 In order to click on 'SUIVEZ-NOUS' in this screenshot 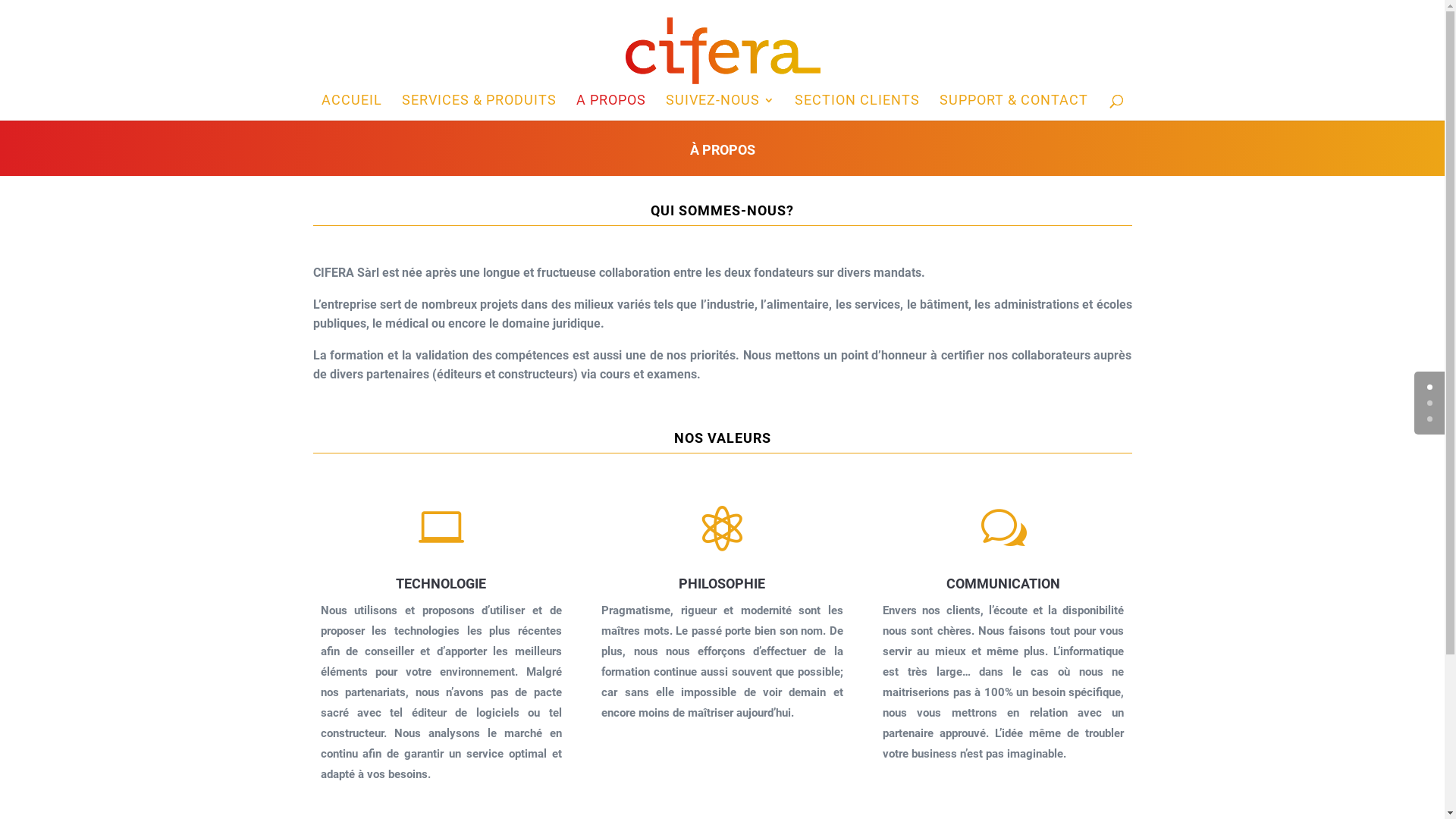, I will do `click(720, 107)`.